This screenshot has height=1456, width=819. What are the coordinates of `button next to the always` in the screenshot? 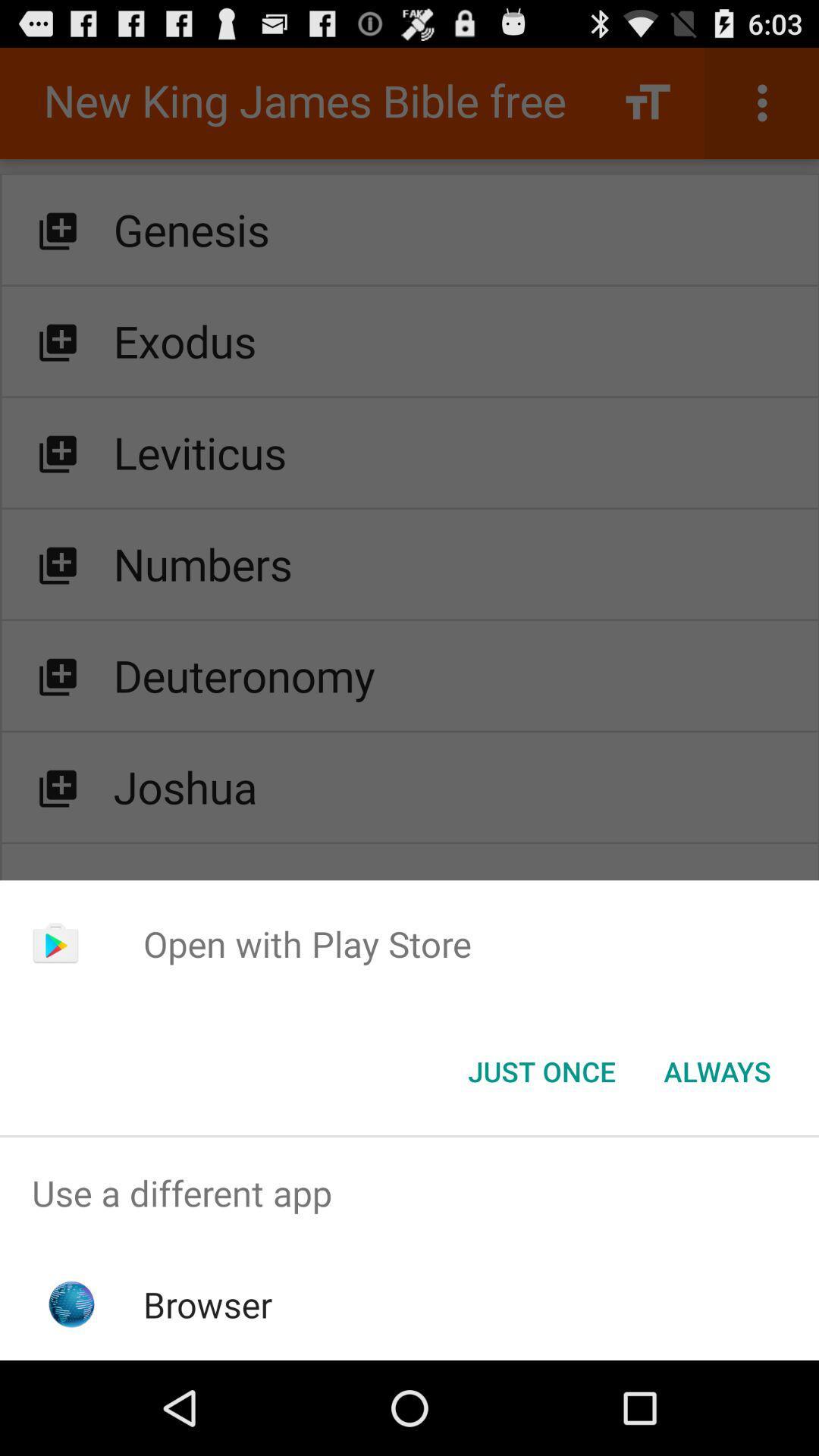 It's located at (541, 1070).